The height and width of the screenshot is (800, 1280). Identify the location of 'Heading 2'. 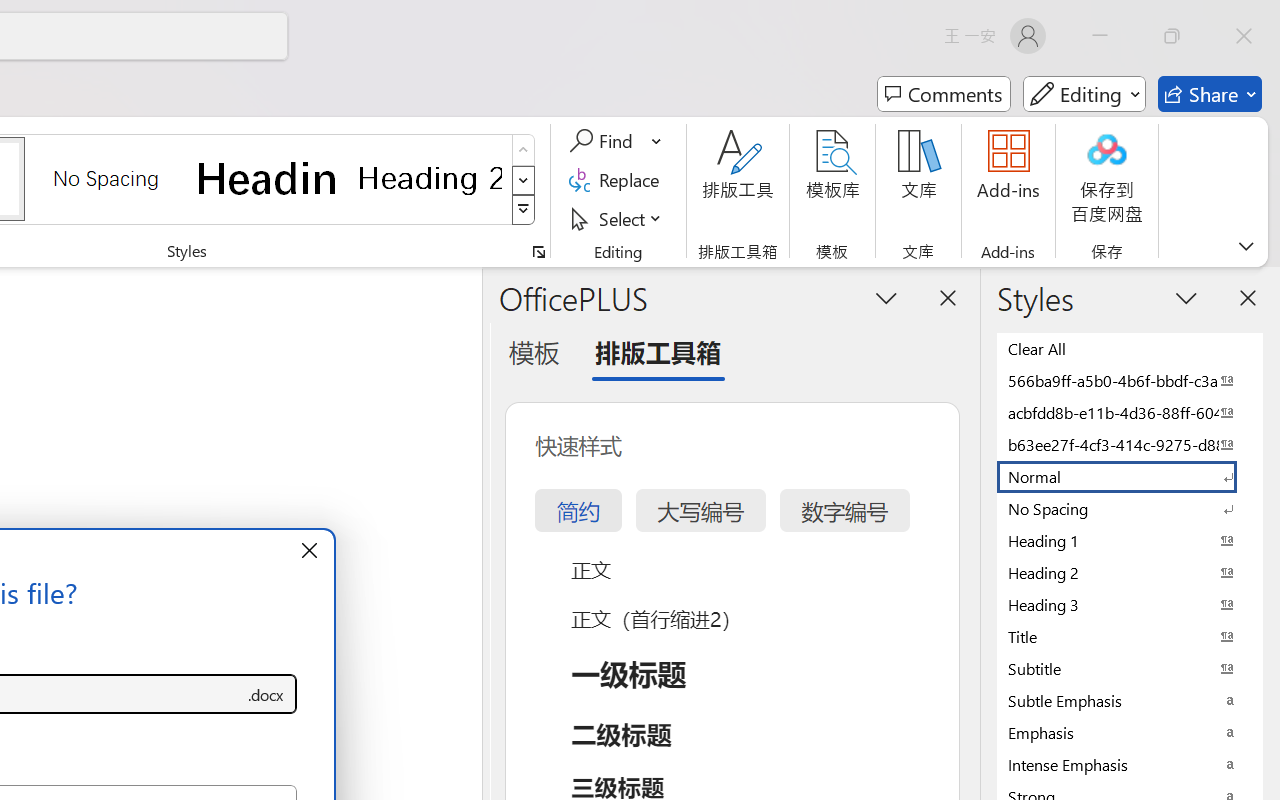
(429, 177).